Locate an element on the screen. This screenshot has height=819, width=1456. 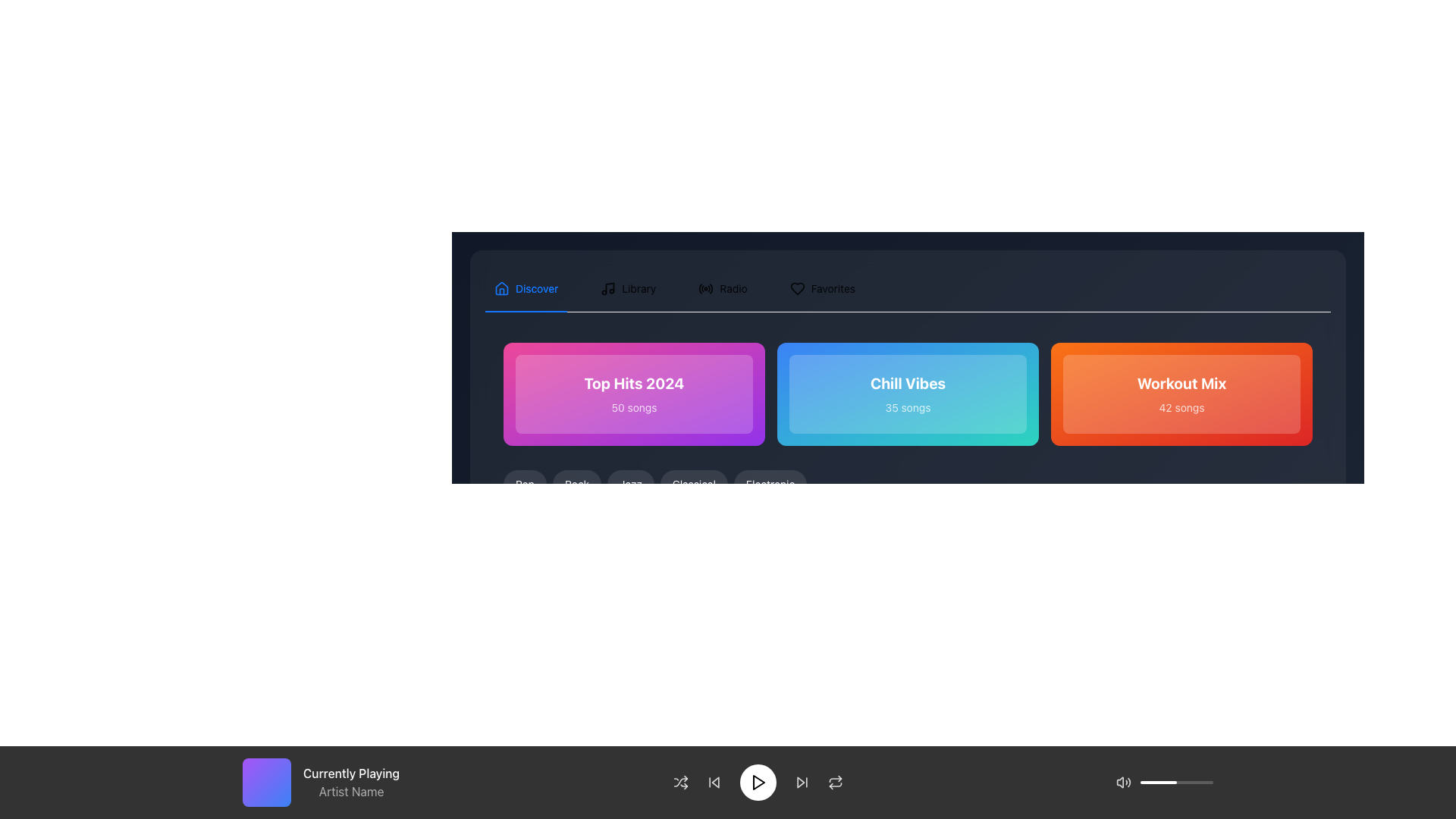
the 'Discover' tab in the Tab Navigation is located at coordinates (673, 289).